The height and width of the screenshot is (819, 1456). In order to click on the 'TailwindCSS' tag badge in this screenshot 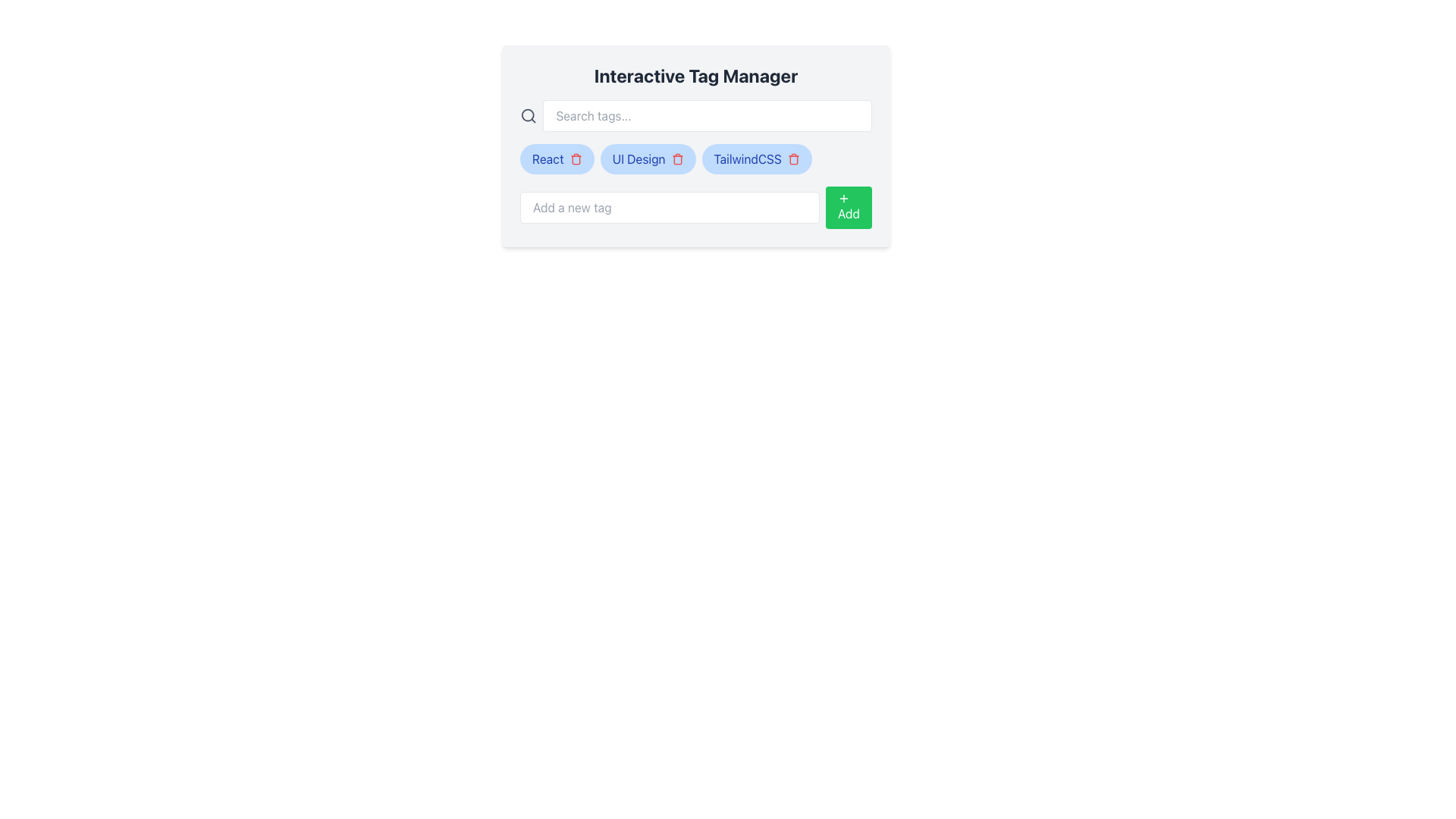, I will do `click(757, 158)`.